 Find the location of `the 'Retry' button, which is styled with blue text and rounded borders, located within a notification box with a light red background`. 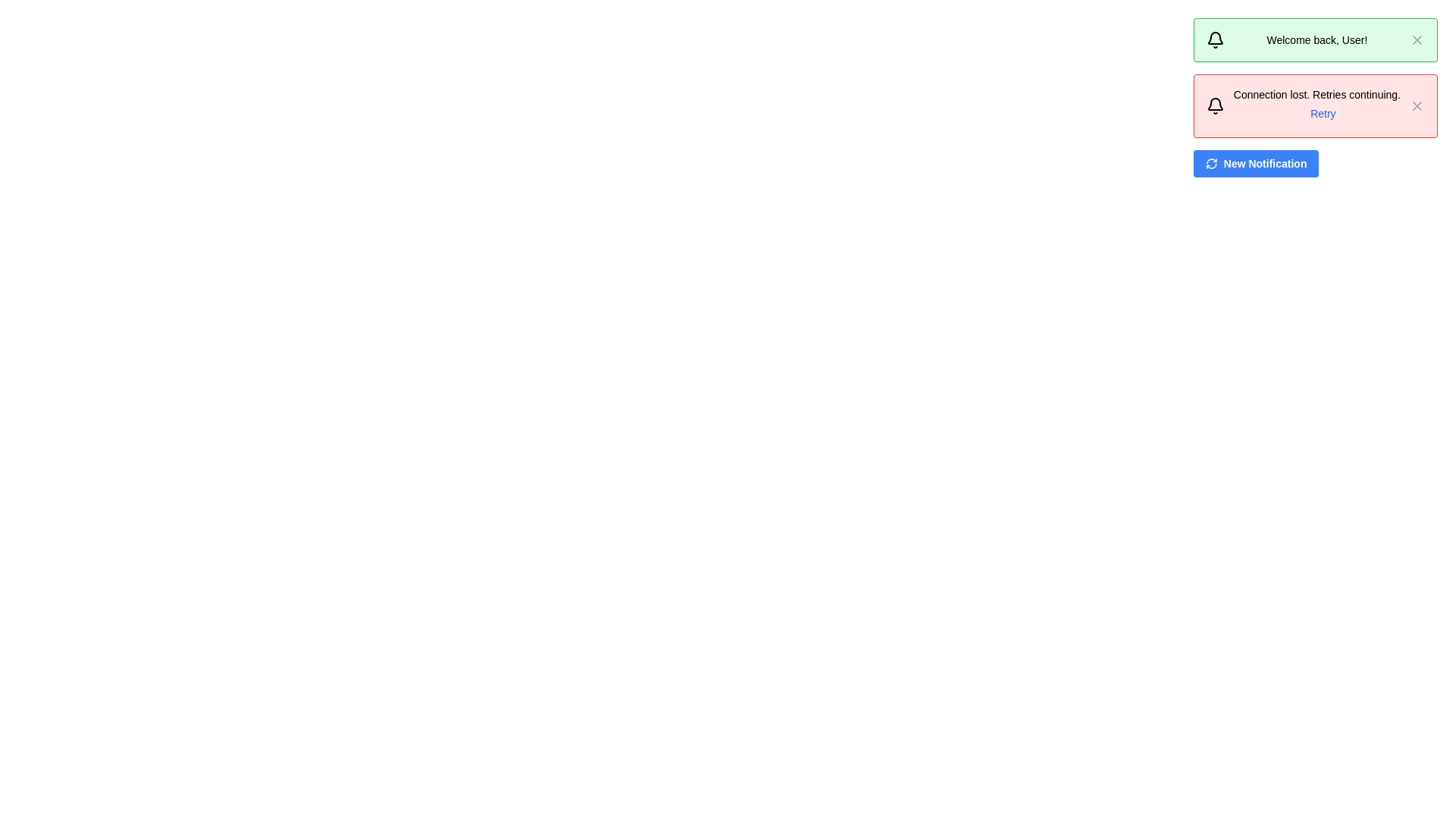

the 'Retry' button, which is styled with blue text and rounded borders, located within a notification box with a light red background is located at coordinates (1322, 113).